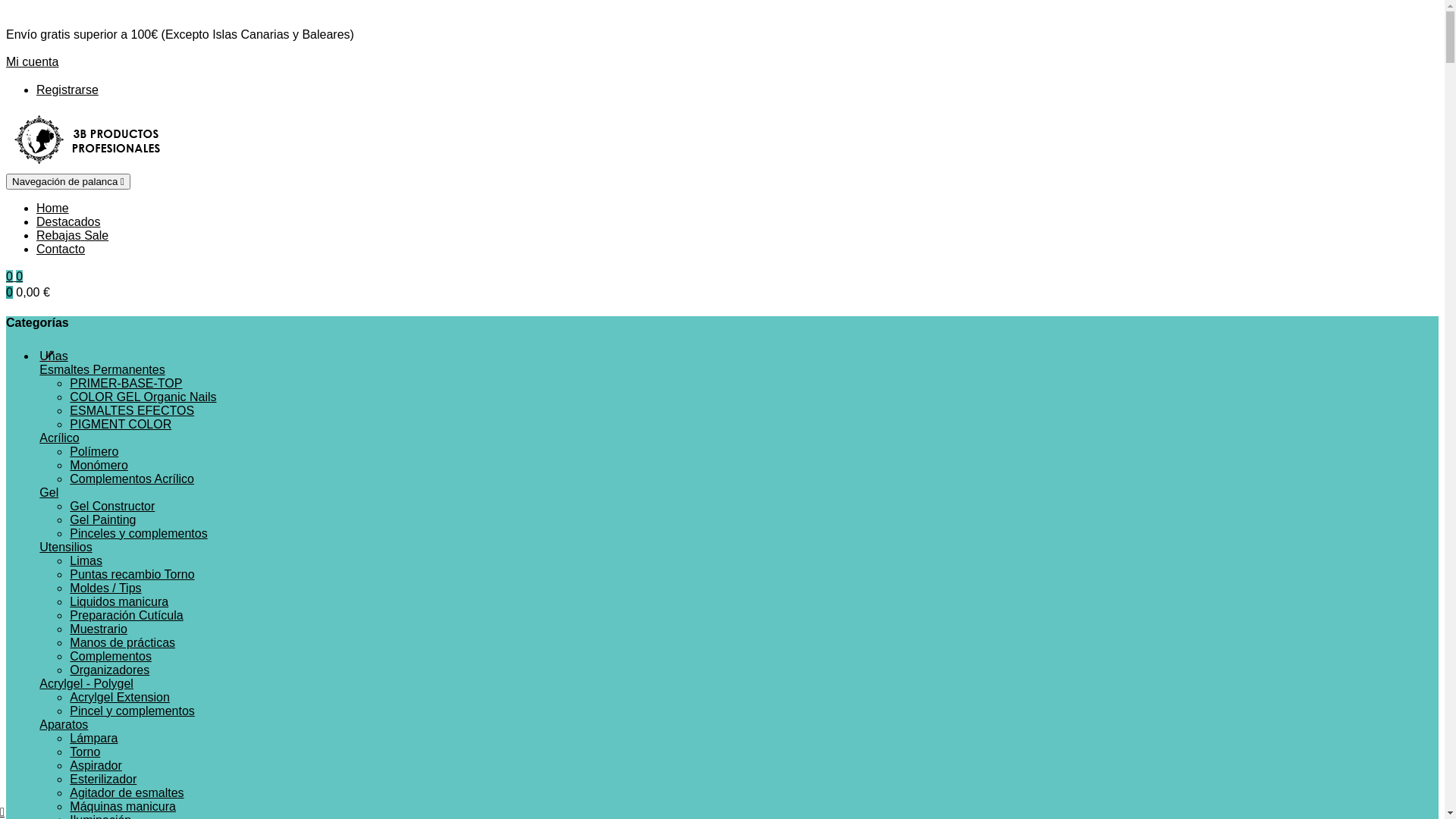  What do you see at coordinates (119, 697) in the screenshot?
I see `'Acrylgel Extension'` at bounding box center [119, 697].